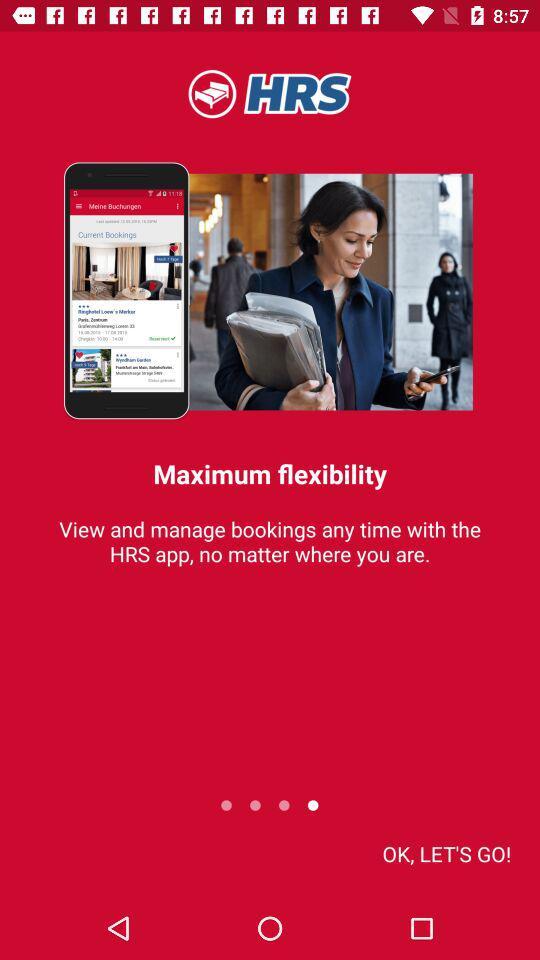 The image size is (540, 960). What do you see at coordinates (446, 852) in the screenshot?
I see `ok let s` at bounding box center [446, 852].